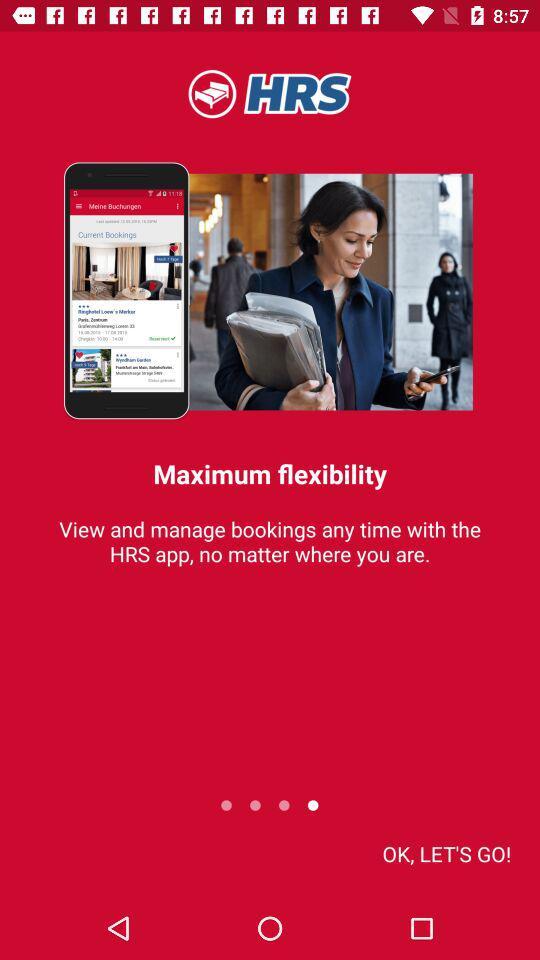 The image size is (540, 960). What do you see at coordinates (446, 852) in the screenshot?
I see `ok let s` at bounding box center [446, 852].